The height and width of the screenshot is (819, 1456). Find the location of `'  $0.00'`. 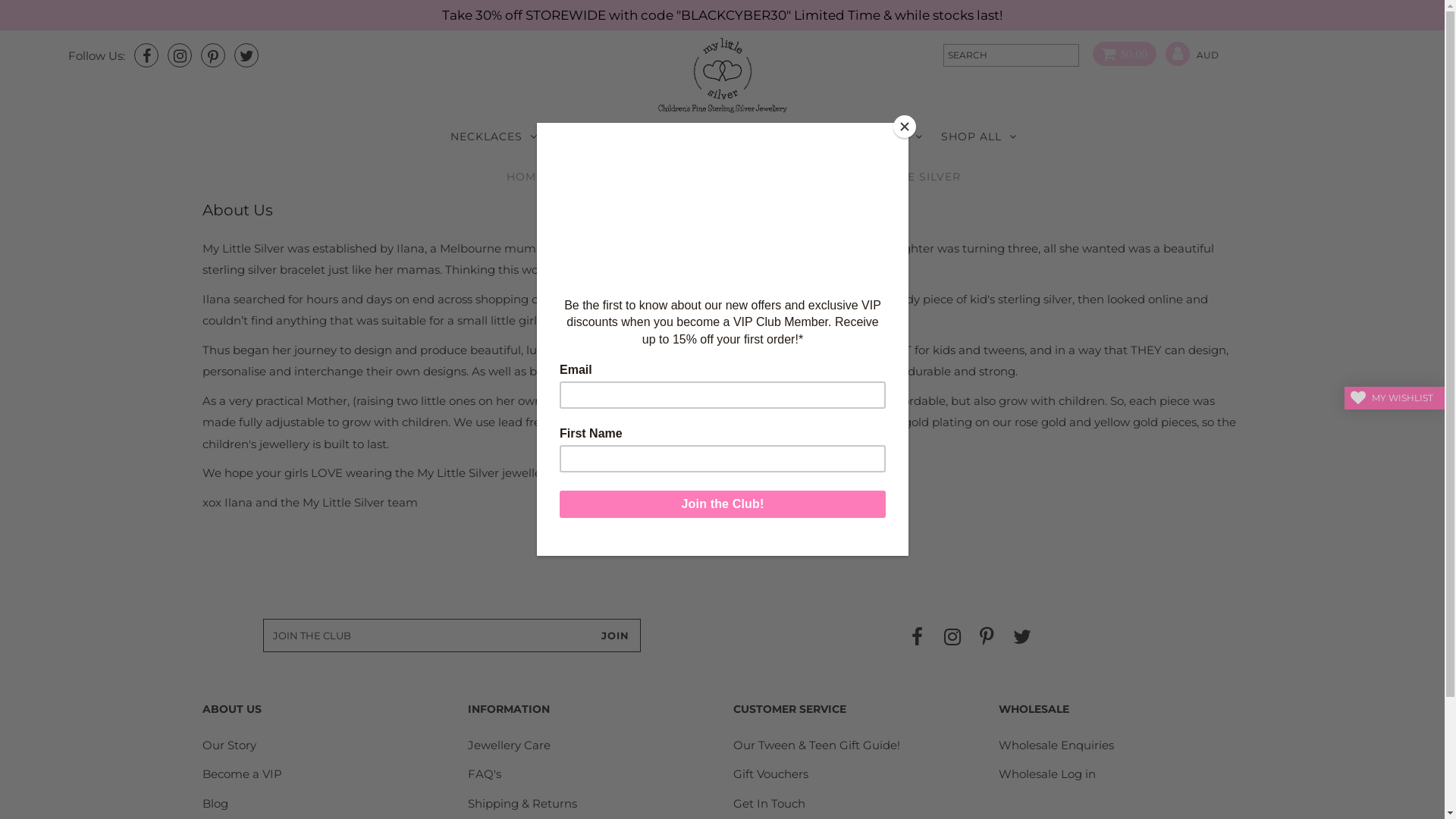

'  $0.00' is located at coordinates (1119, 54).